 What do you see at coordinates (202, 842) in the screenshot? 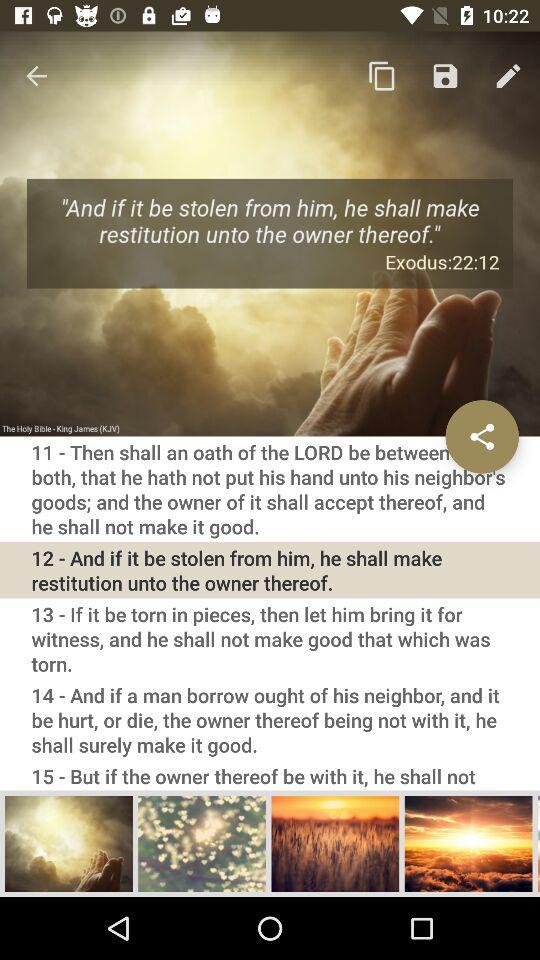
I see `peace of mind` at bounding box center [202, 842].